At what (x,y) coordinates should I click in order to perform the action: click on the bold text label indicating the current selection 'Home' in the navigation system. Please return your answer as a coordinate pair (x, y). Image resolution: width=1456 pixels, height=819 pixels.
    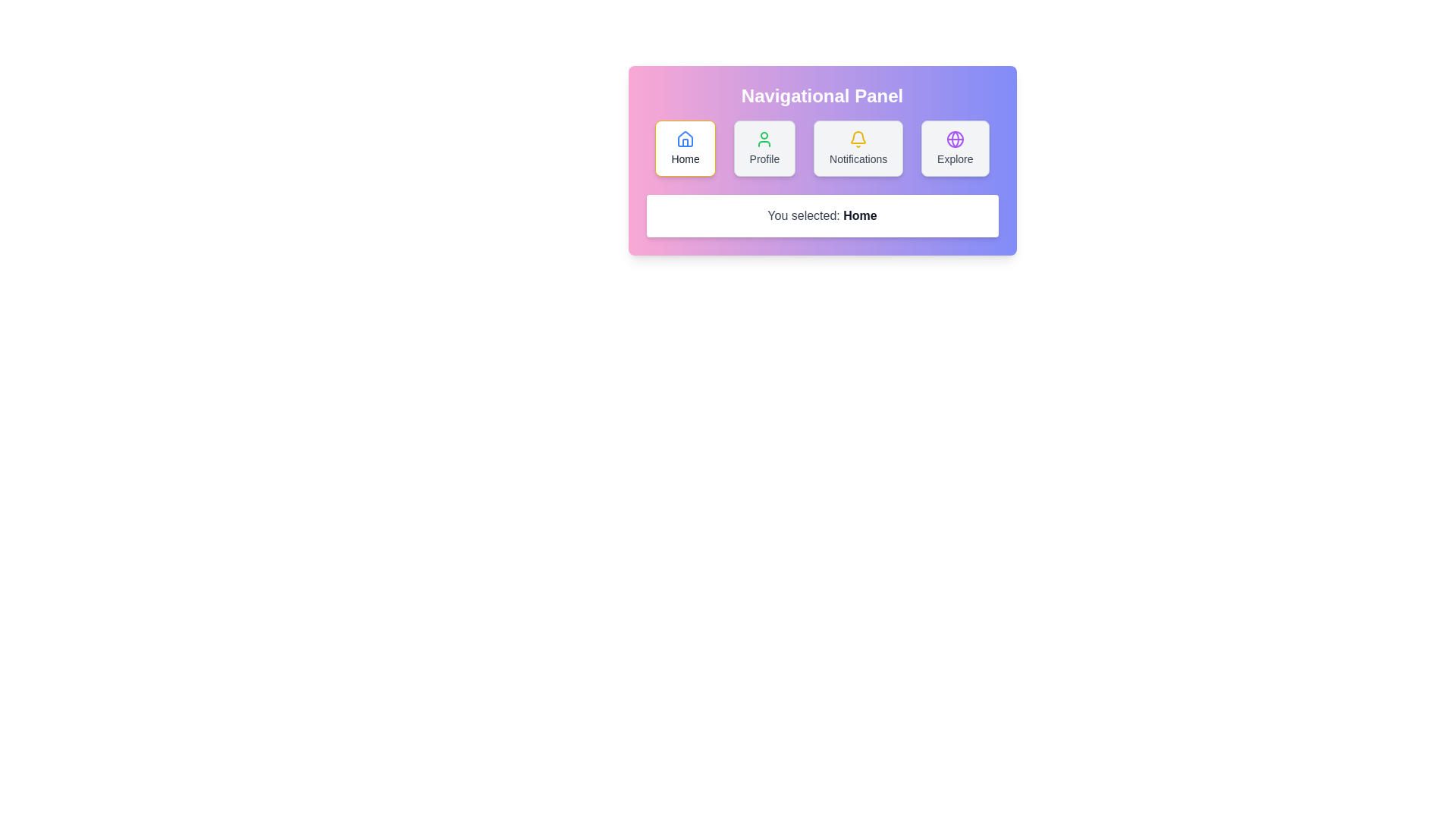
    Looking at the image, I should click on (860, 215).